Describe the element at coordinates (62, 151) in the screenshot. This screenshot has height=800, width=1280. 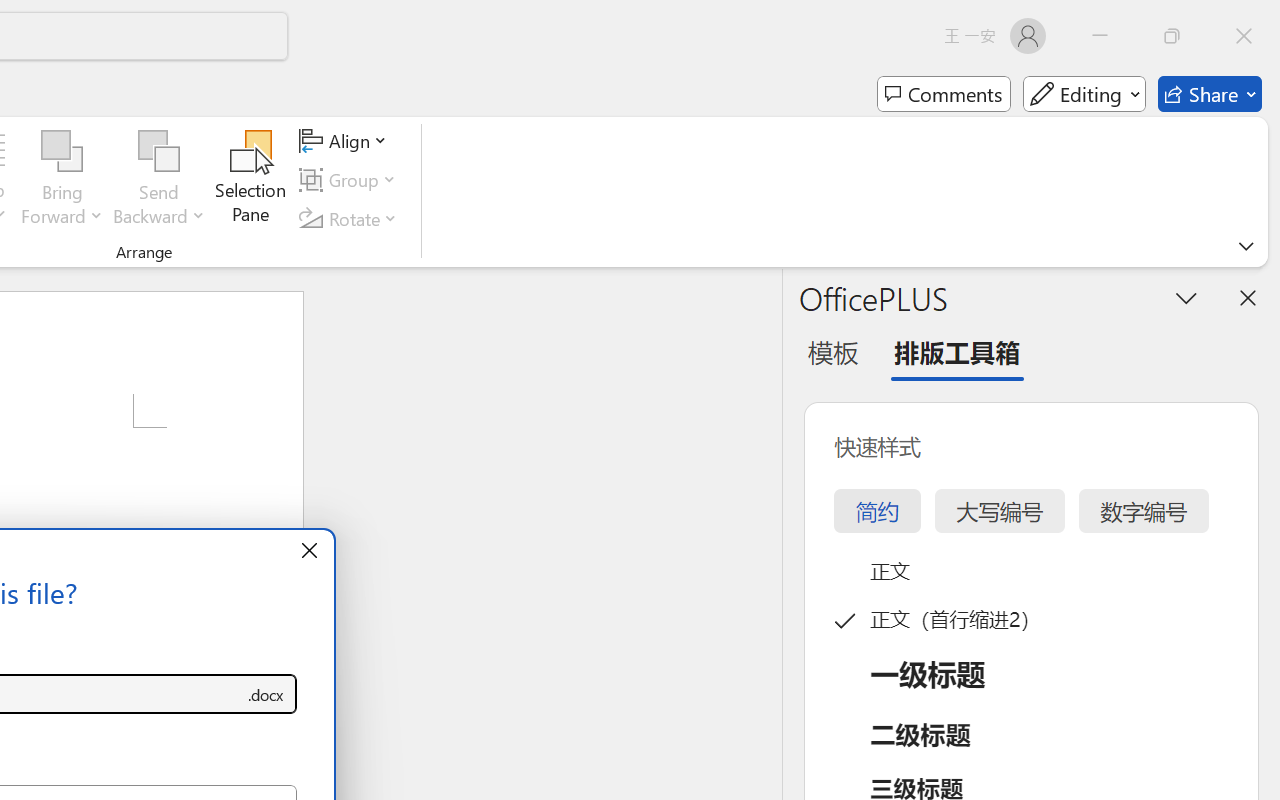
I see `'Bring Forward'` at that location.